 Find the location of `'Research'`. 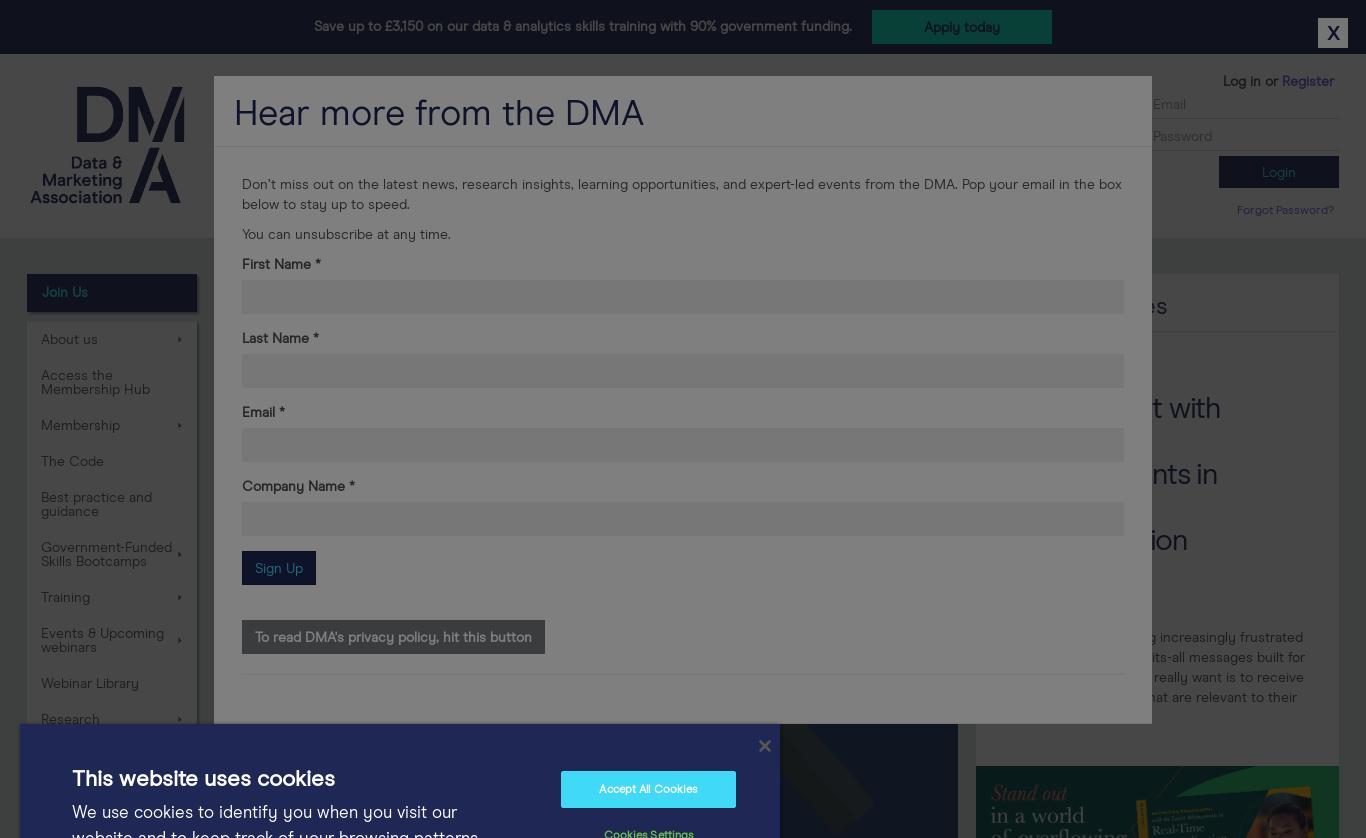

'Research' is located at coordinates (70, 719).